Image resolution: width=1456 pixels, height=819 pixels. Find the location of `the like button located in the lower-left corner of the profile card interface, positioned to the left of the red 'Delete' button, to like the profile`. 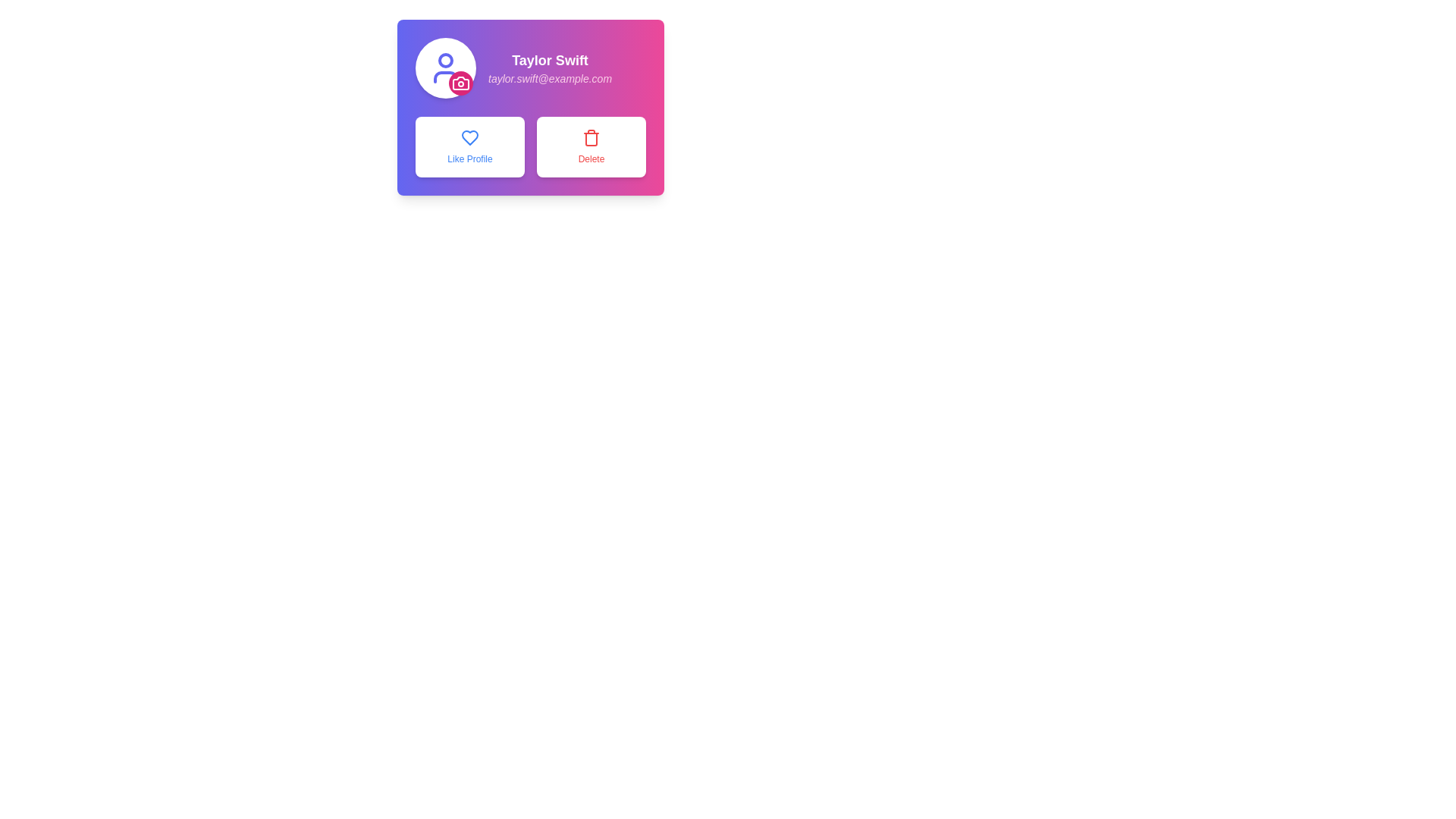

the like button located in the lower-left corner of the profile card interface, positioned to the left of the red 'Delete' button, to like the profile is located at coordinates (469, 146).